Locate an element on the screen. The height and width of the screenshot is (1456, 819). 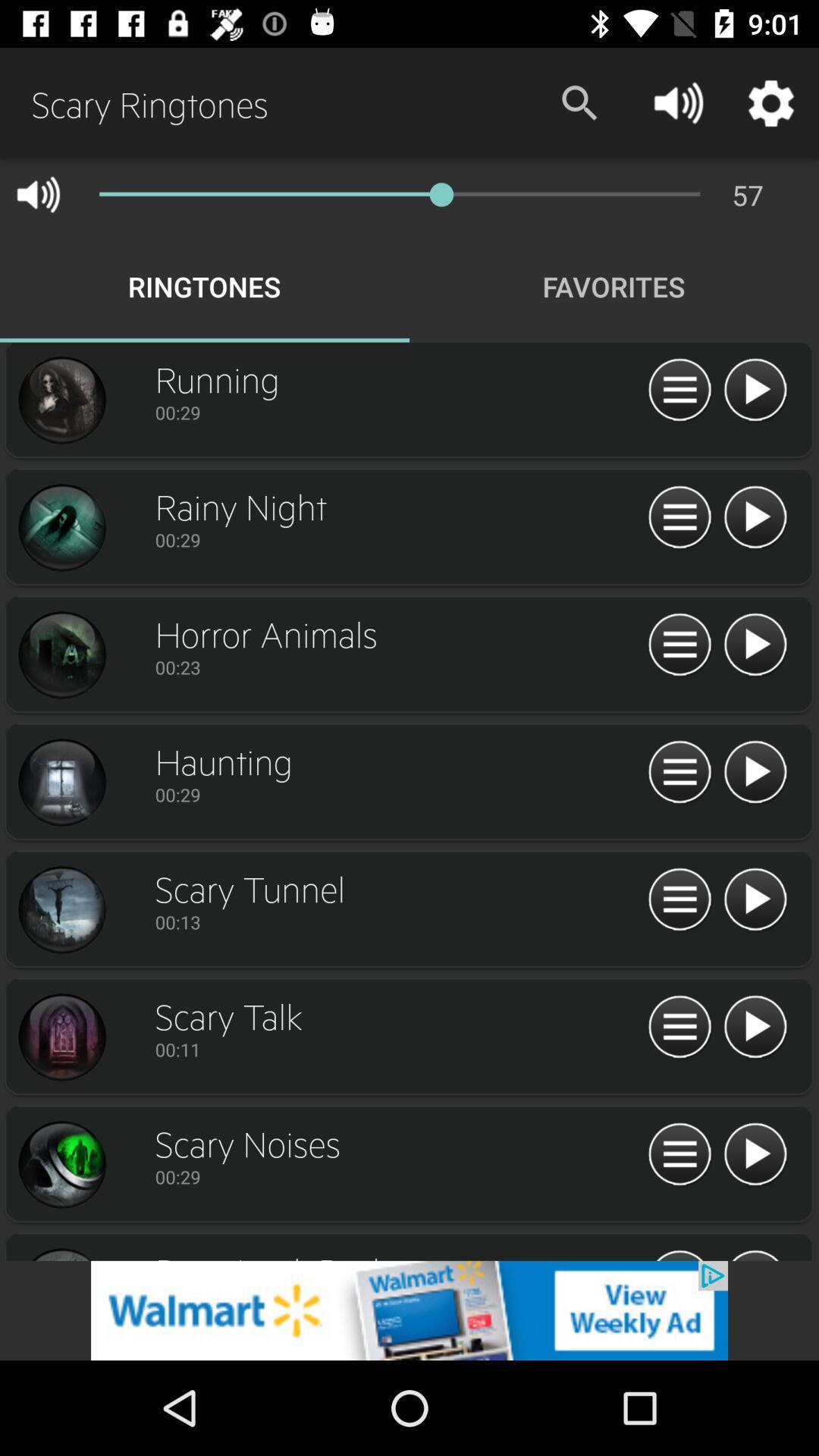
open picture is located at coordinates (61, 783).